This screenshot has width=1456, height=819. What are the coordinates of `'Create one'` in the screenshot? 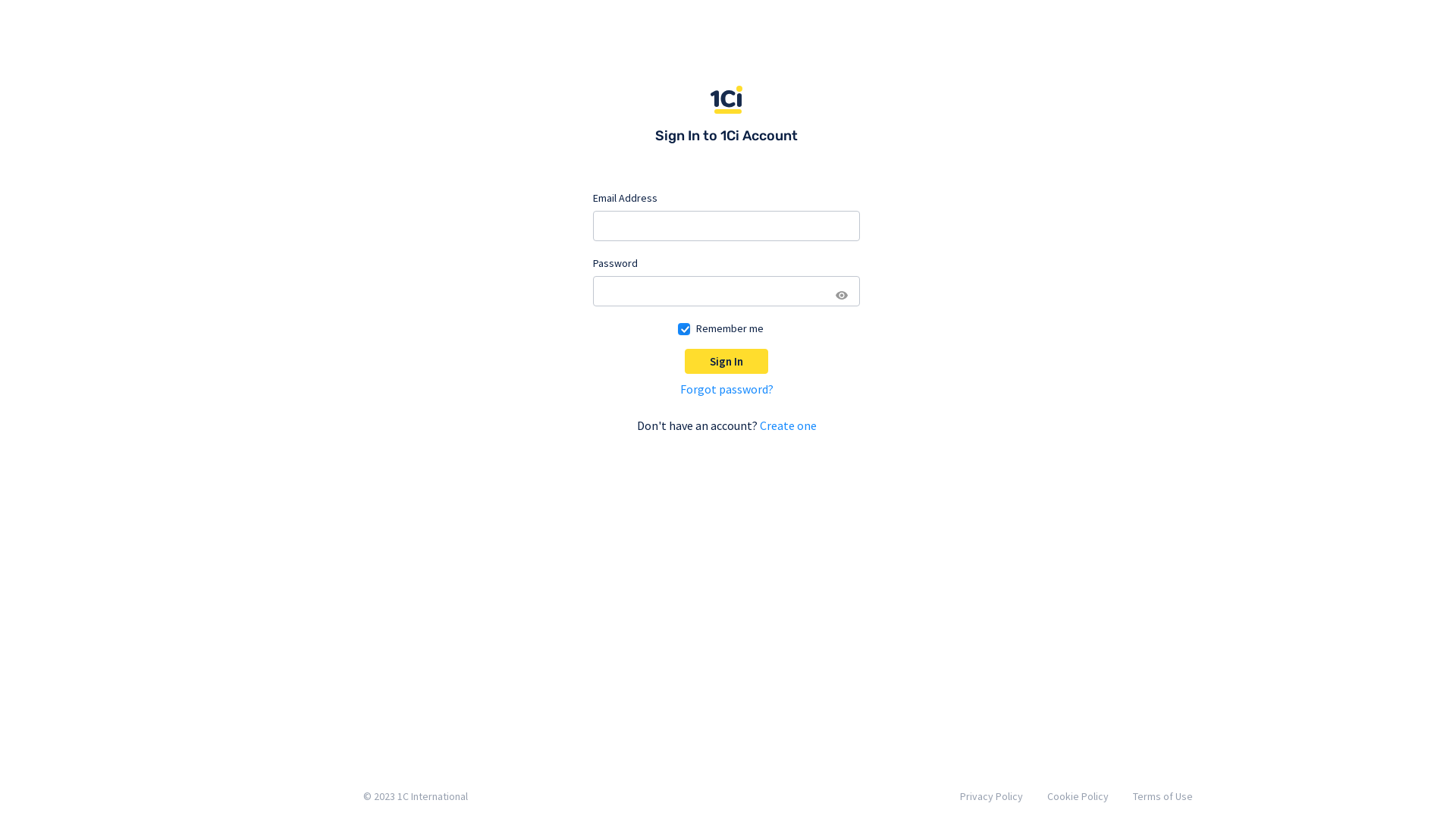 It's located at (760, 425).